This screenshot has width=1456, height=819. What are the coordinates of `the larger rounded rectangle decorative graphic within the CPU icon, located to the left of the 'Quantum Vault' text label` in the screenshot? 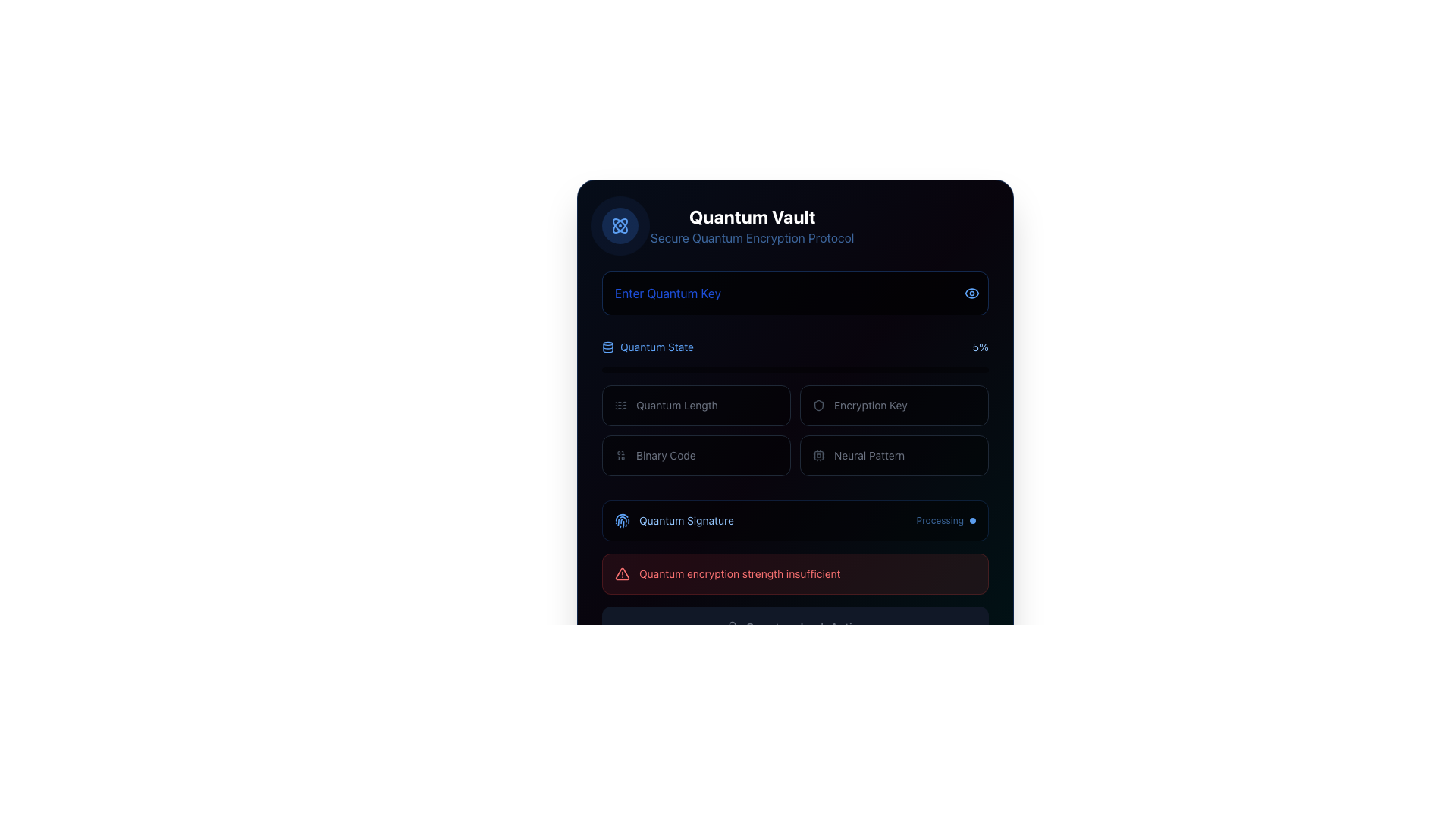 It's located at (818, 455).